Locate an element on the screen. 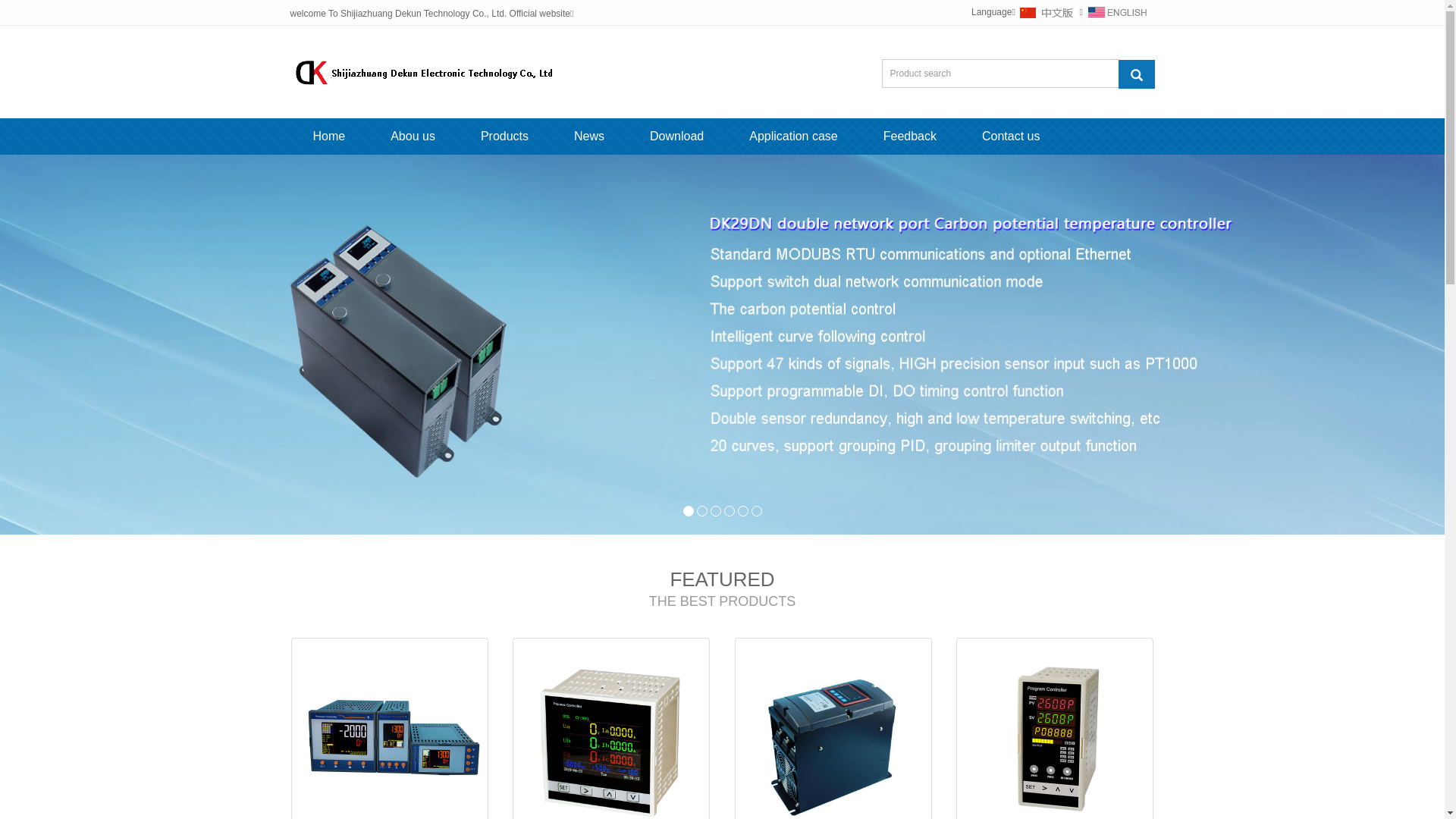  'Application case' is located at coordinates (792, 136).